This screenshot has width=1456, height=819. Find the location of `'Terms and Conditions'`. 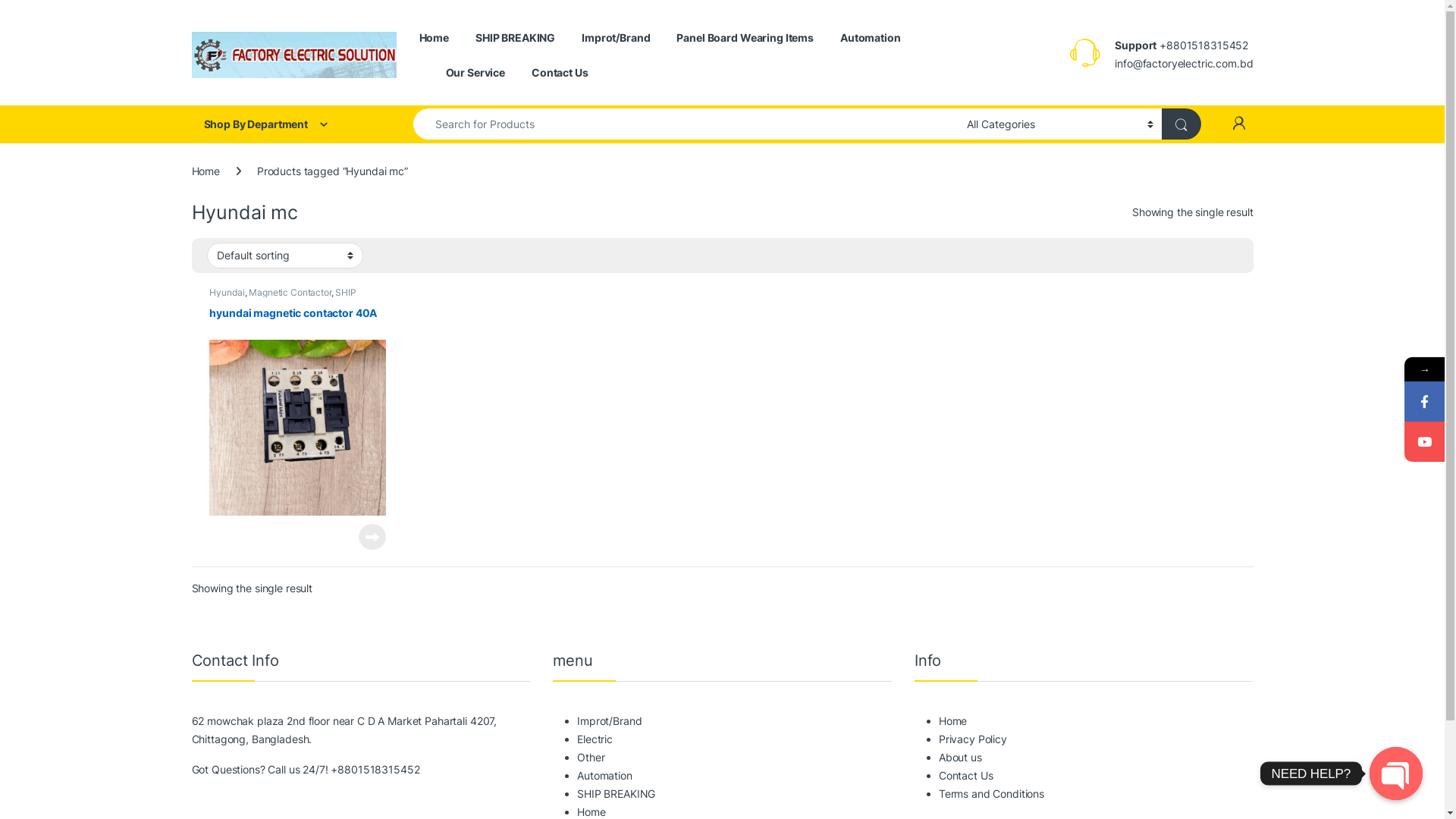

'Terms and Conditions' is located at coordinates (991, 792).